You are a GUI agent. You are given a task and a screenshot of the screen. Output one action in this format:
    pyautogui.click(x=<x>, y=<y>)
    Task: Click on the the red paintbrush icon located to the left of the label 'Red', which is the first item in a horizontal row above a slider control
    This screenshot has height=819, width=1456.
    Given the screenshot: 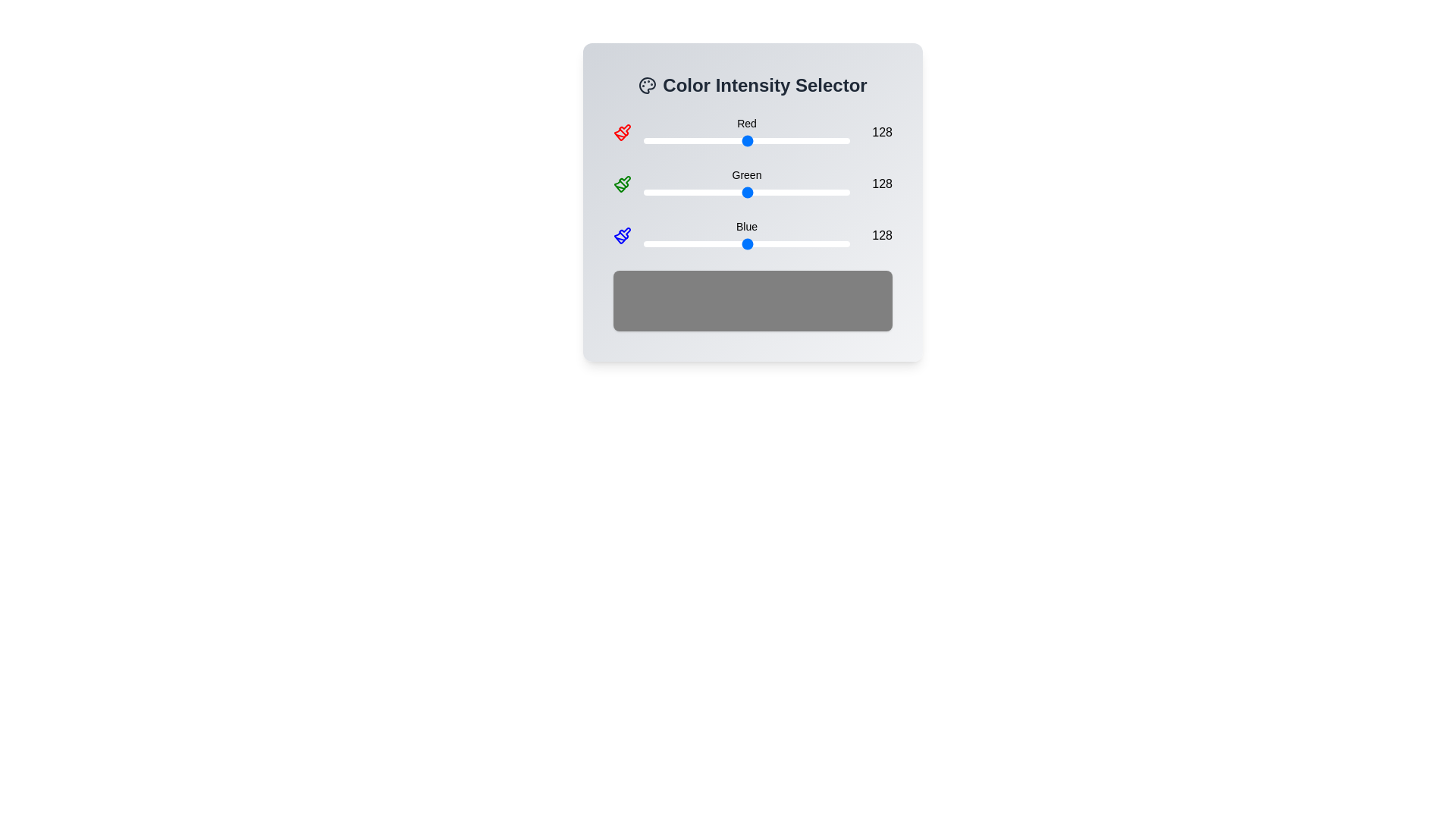 What is the action you would take?
    pyautogui.click(x=622, y=131)
    